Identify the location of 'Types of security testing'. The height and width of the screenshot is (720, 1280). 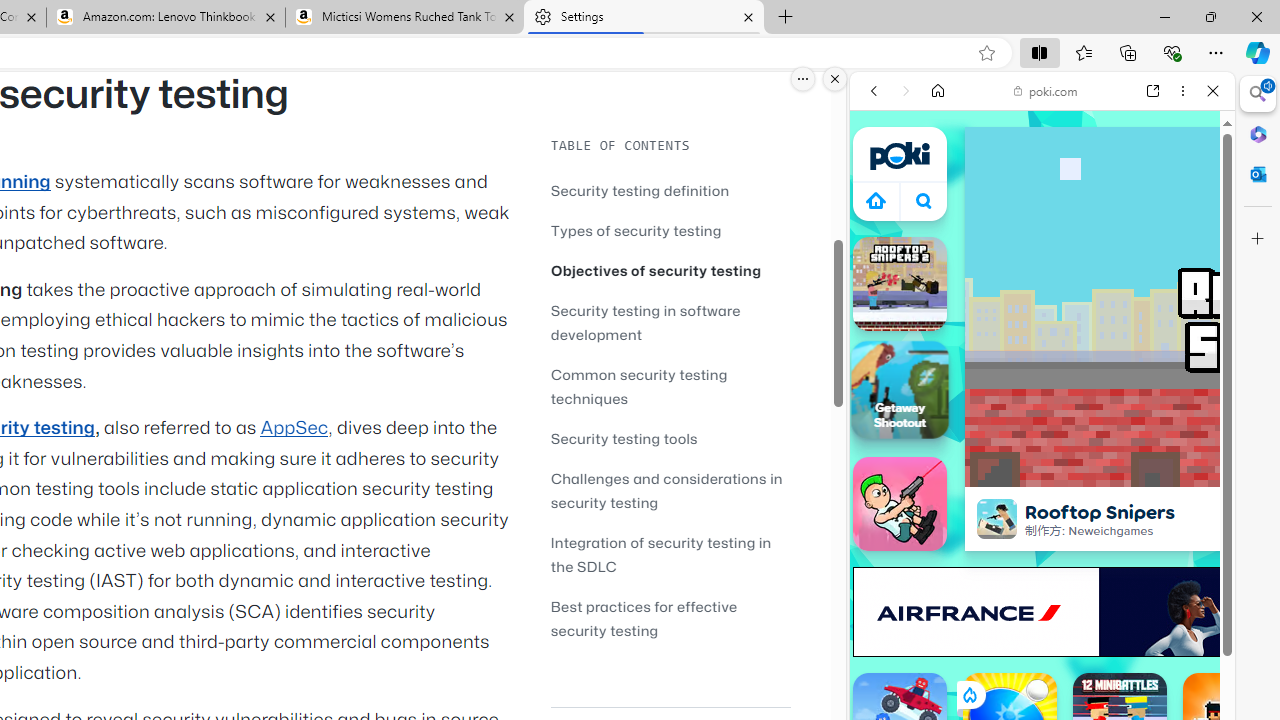
(670, 229).